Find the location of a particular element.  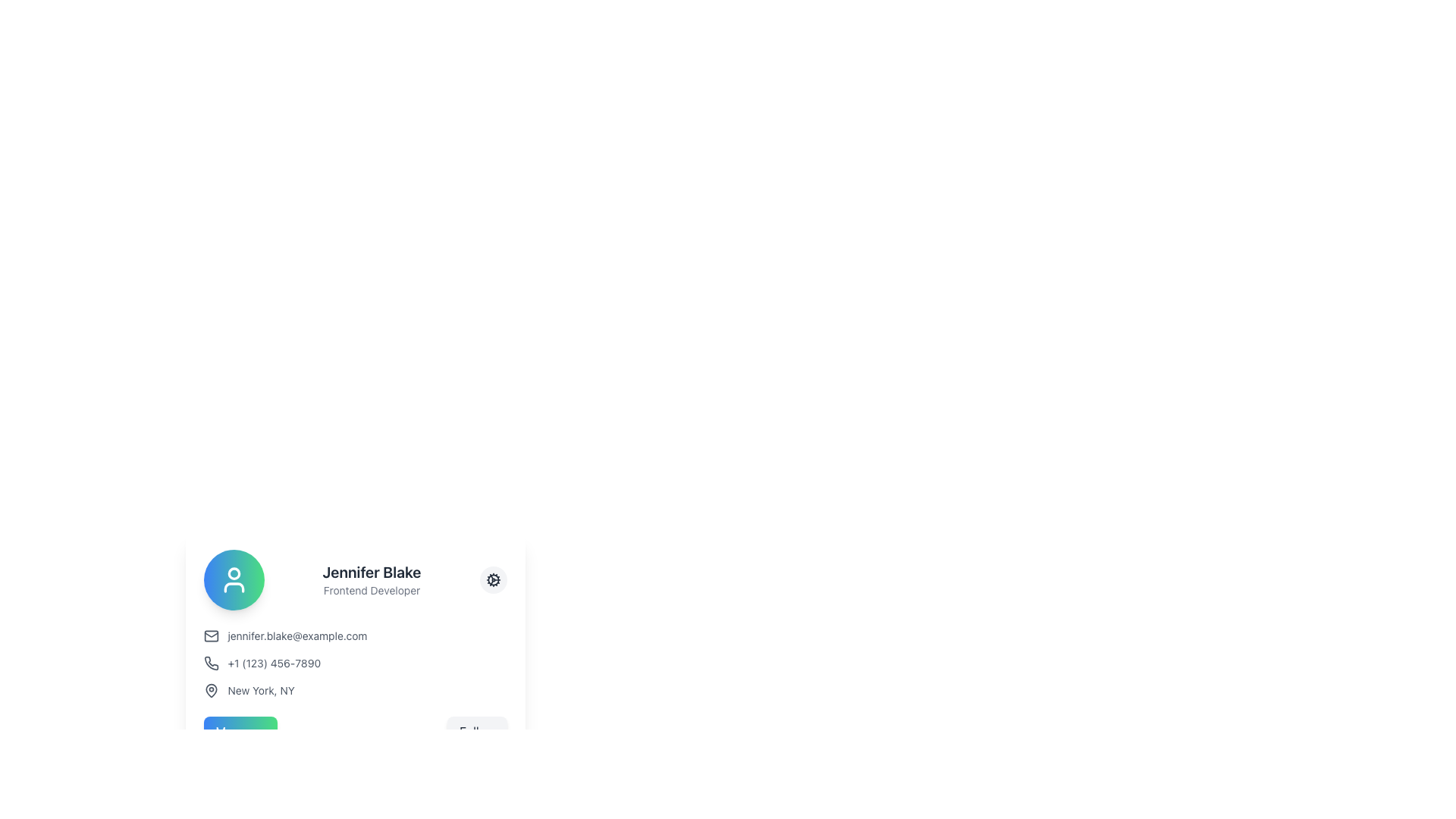

the message sending button located in the leftmost position of the row layout beneath the profile information section is located at coordinates (240, 730).